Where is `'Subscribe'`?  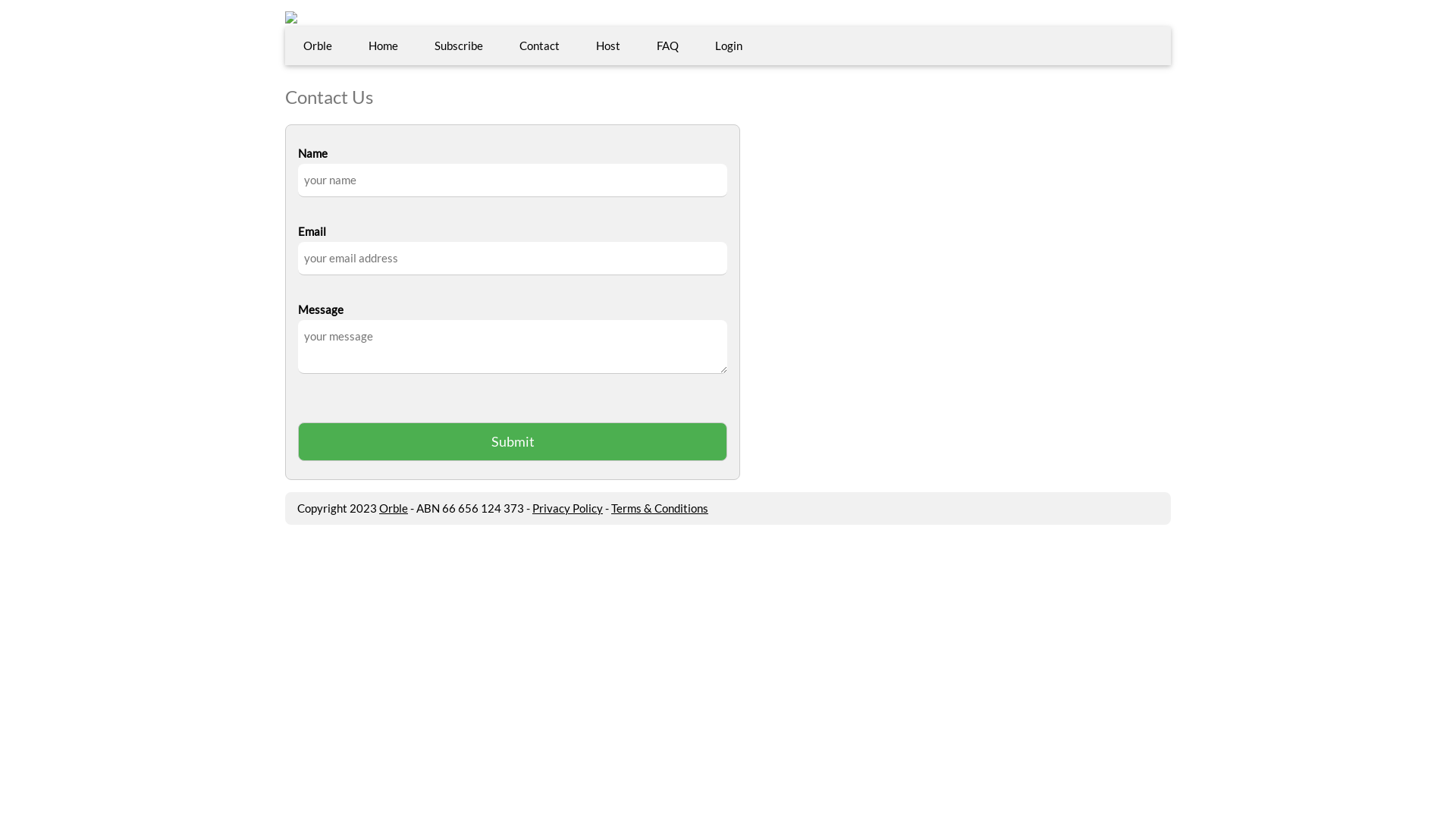
'Subscribe' is located at coordinates (416, 45).